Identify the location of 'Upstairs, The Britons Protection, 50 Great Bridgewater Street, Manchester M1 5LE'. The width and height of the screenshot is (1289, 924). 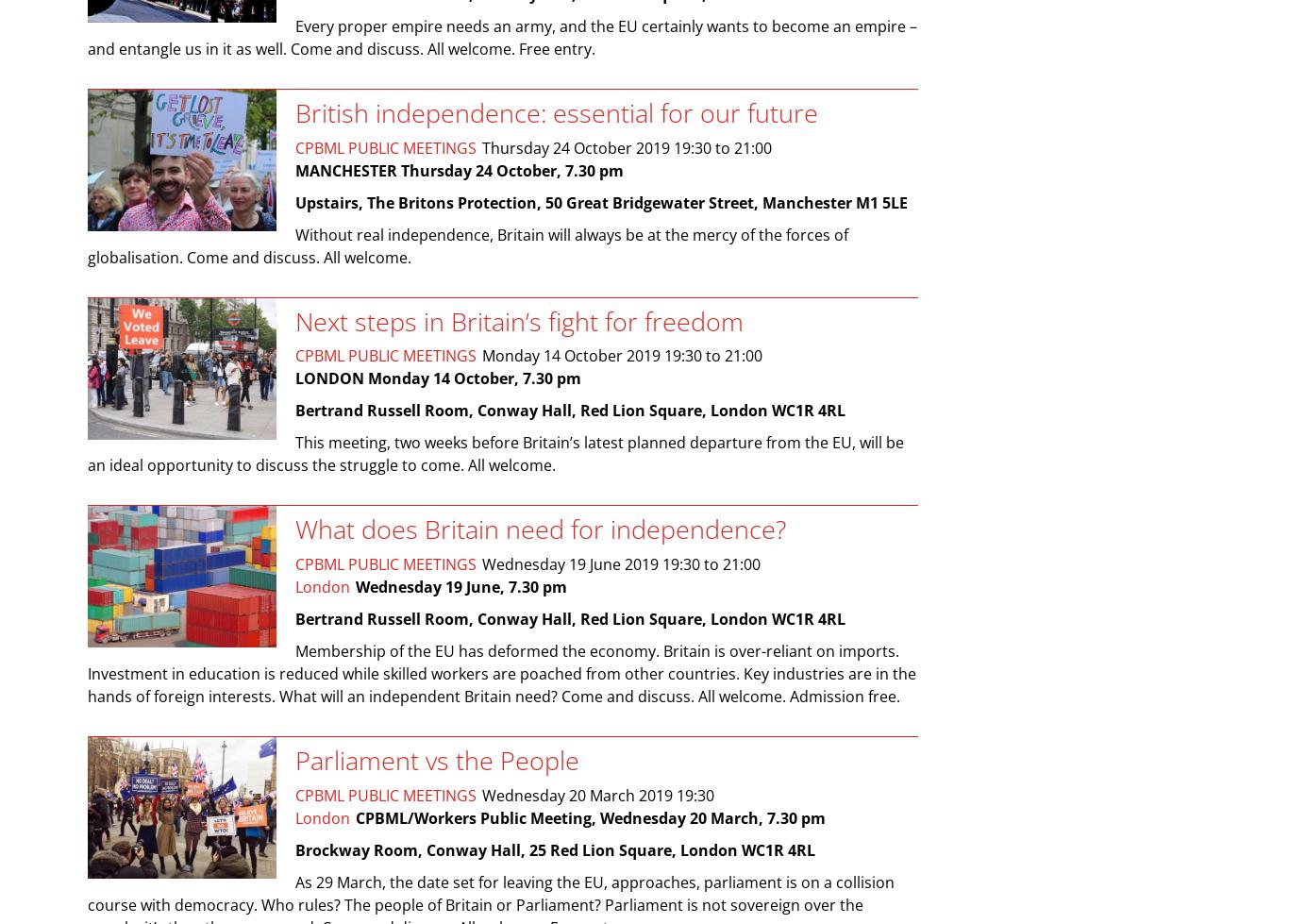
(600, 202).